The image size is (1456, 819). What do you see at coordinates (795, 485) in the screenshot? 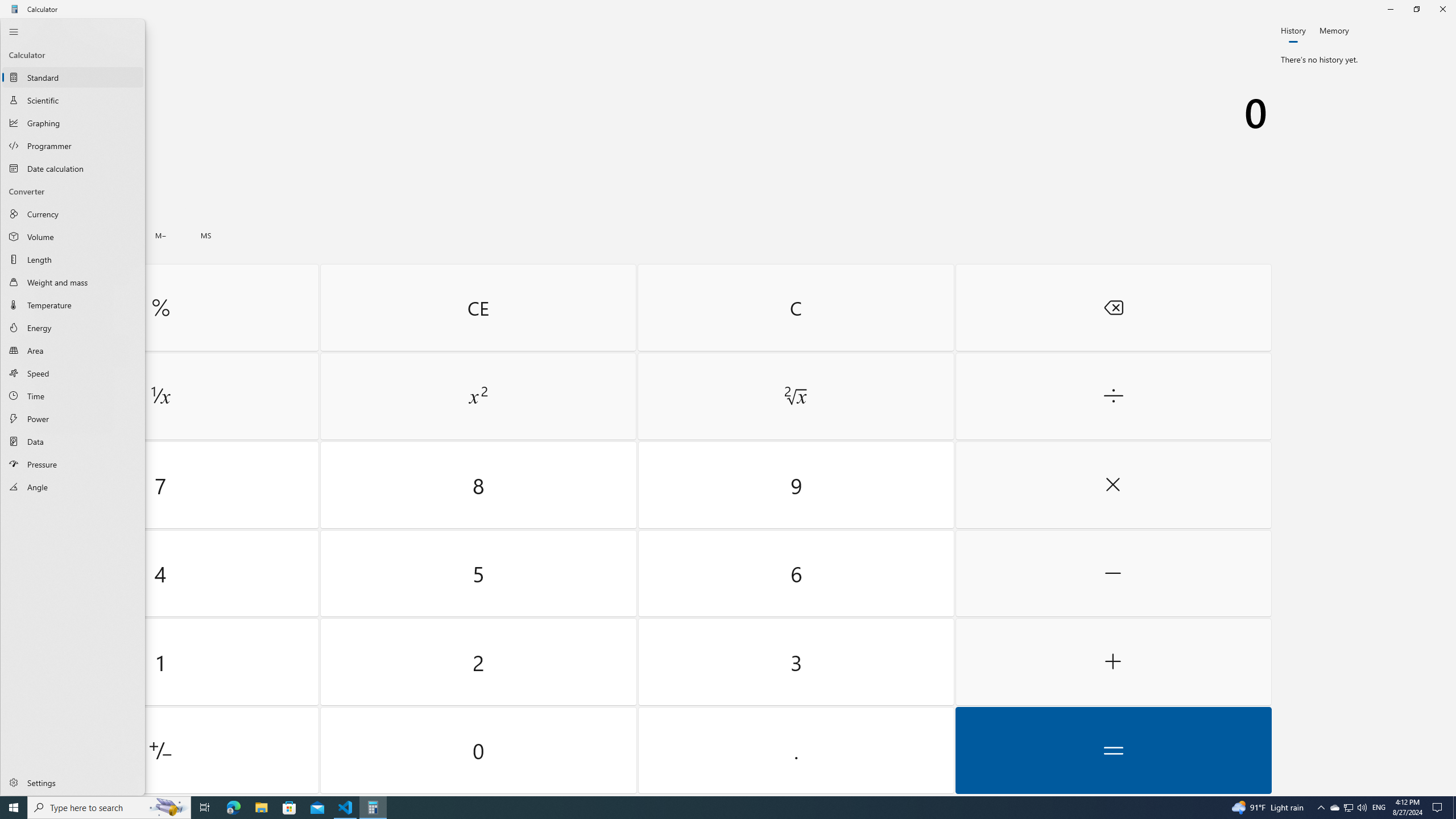
I see `'Nine'` at bounding box center [795, 485].